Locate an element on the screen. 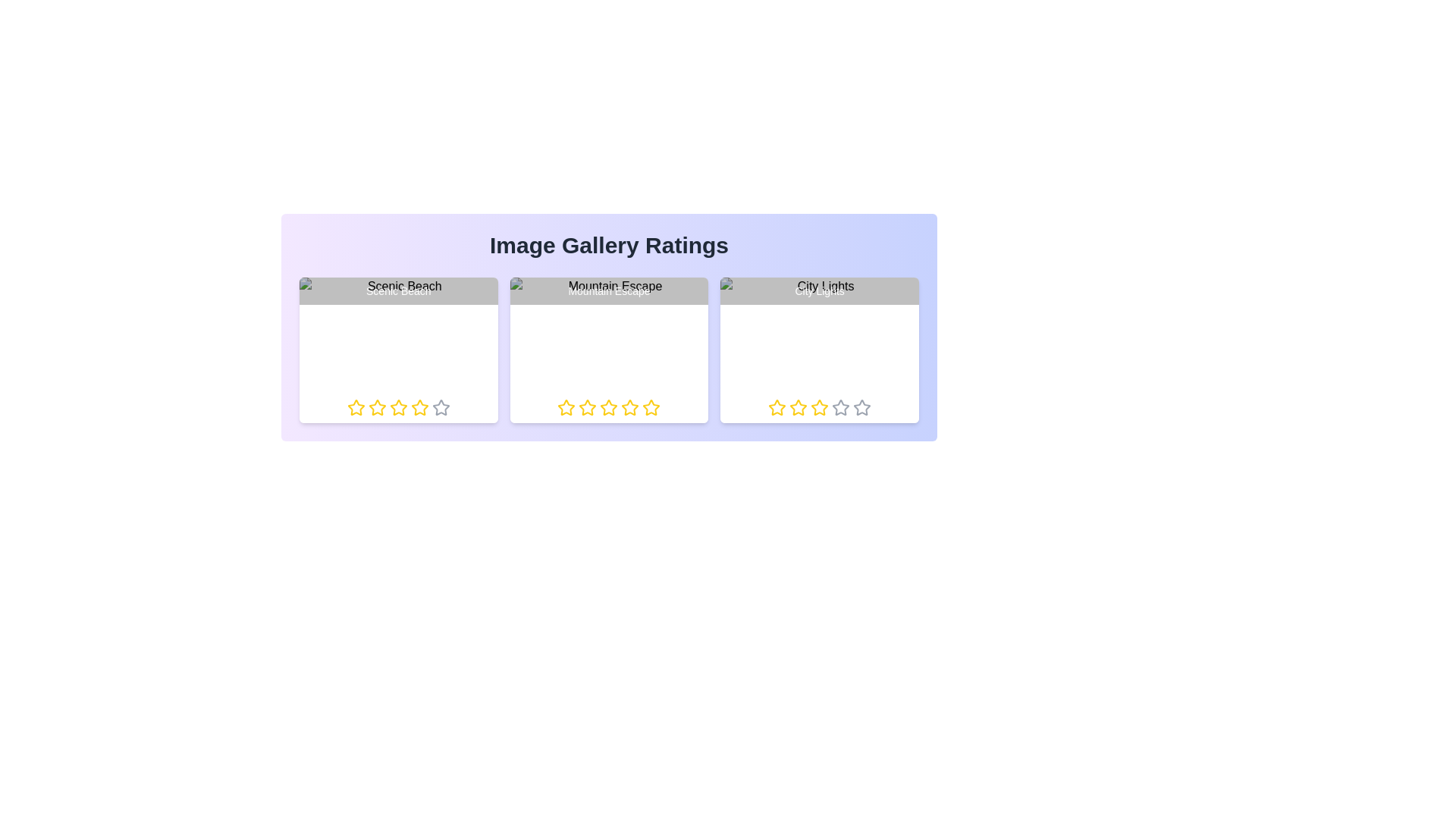 The height and width of the screenshot is (819, 1456). the rating for the image titled 'Scenic Beach' to 2 stars is located at coordinates (368, 406).